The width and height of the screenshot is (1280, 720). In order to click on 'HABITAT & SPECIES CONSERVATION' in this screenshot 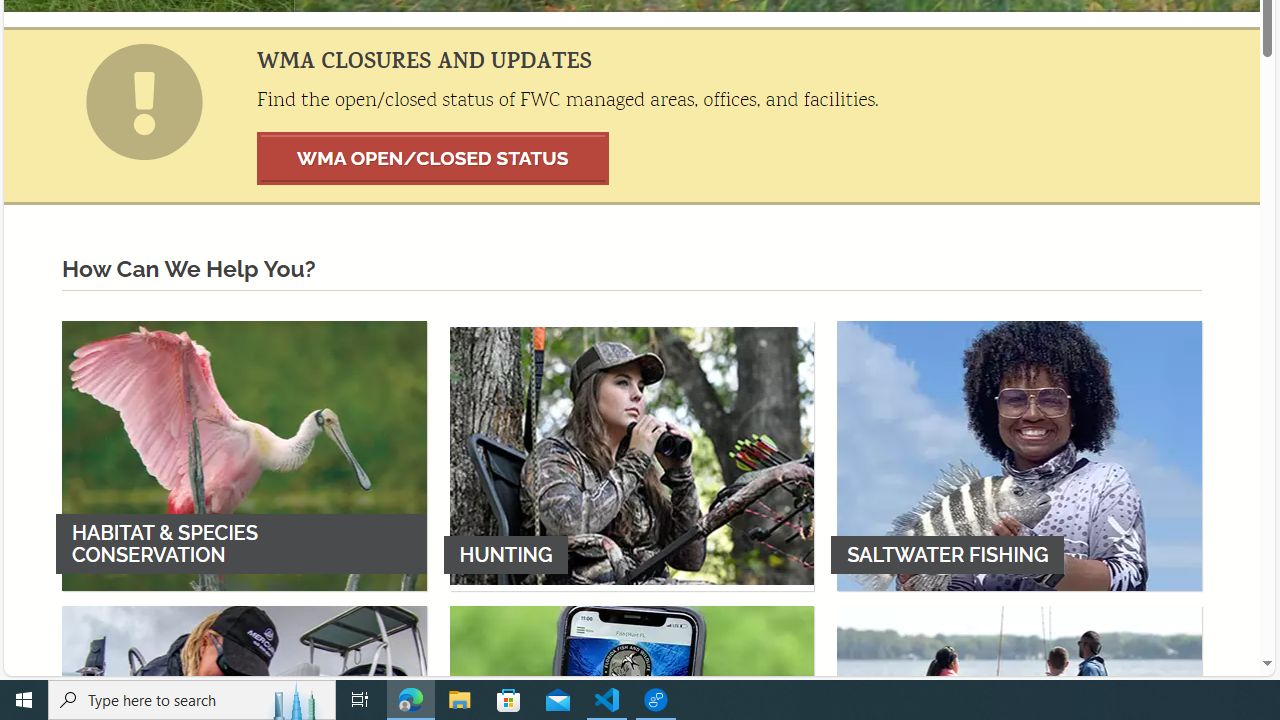, I will do `click(243, 455)`.